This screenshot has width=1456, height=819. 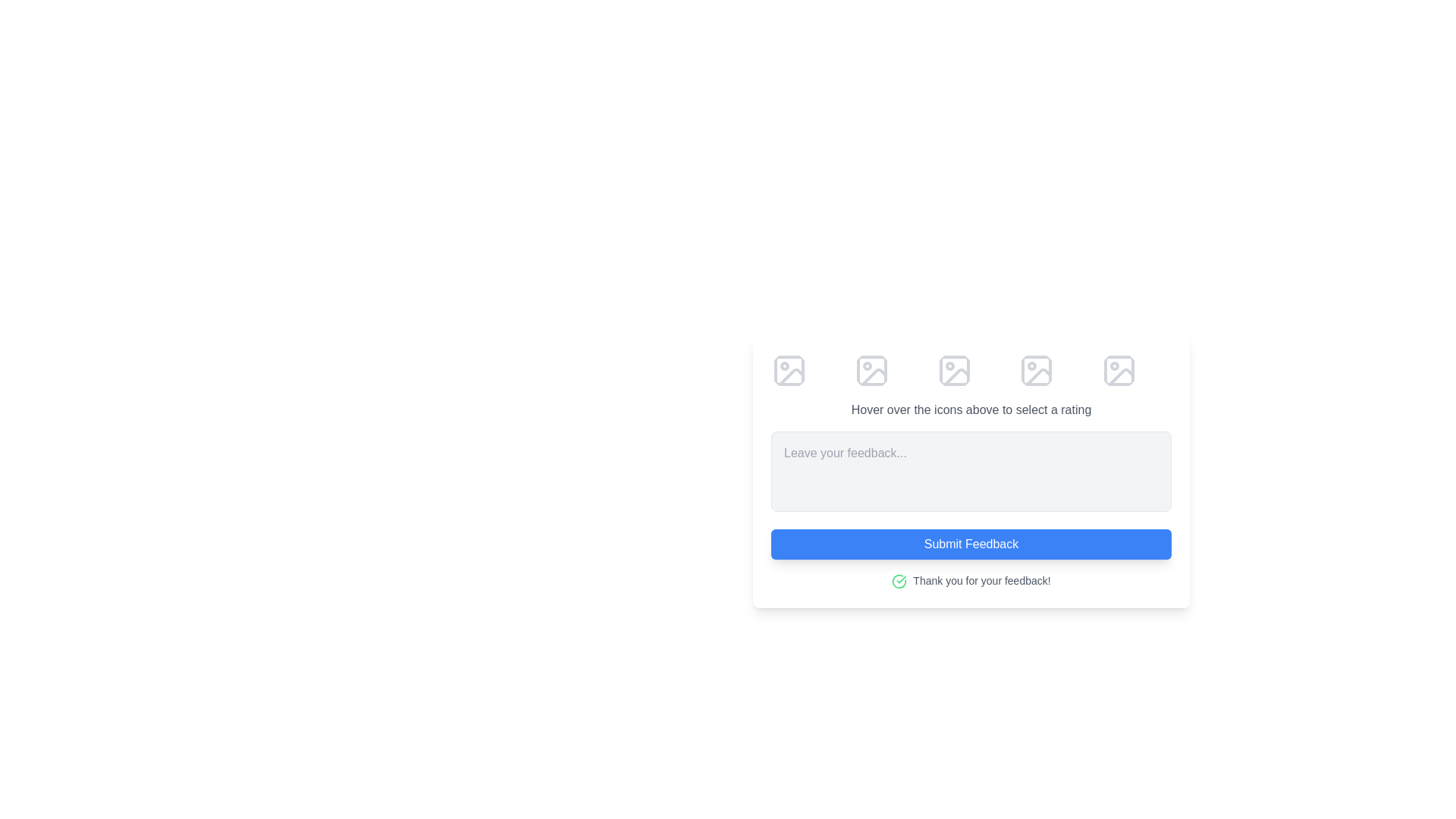 What do you see at coordinates (871, 371) in the screenshot?
I see `the second icon button in a row of five icons located near the top of the feedback section interface, which is centrally aligned over the input field and submission button` at bounding box center [871, 371].